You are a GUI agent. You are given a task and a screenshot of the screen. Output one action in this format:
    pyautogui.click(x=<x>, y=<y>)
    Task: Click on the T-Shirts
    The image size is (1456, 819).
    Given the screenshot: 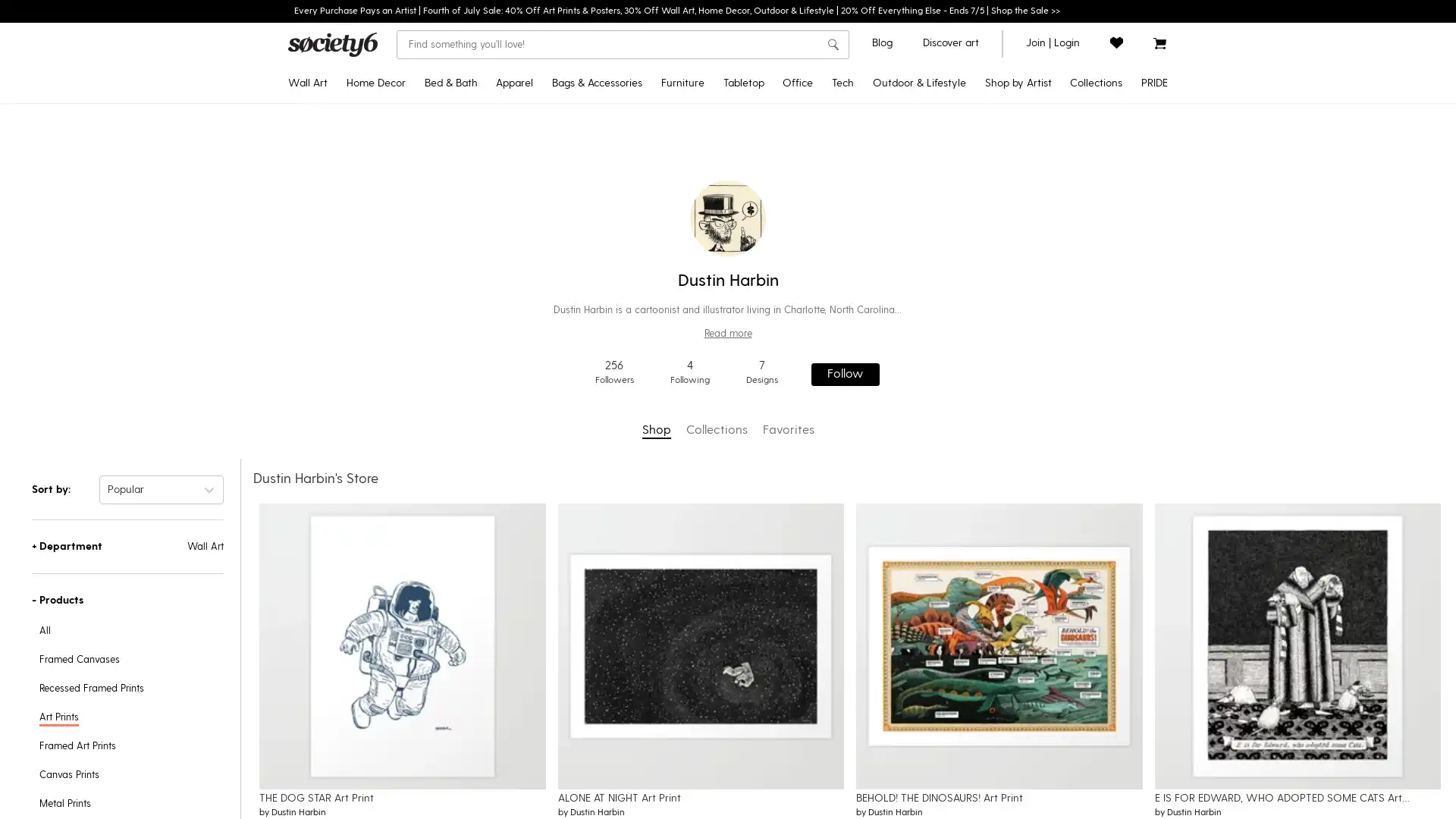 What is the action you would take?
    pyautogui.click(x=562, y=121)
    